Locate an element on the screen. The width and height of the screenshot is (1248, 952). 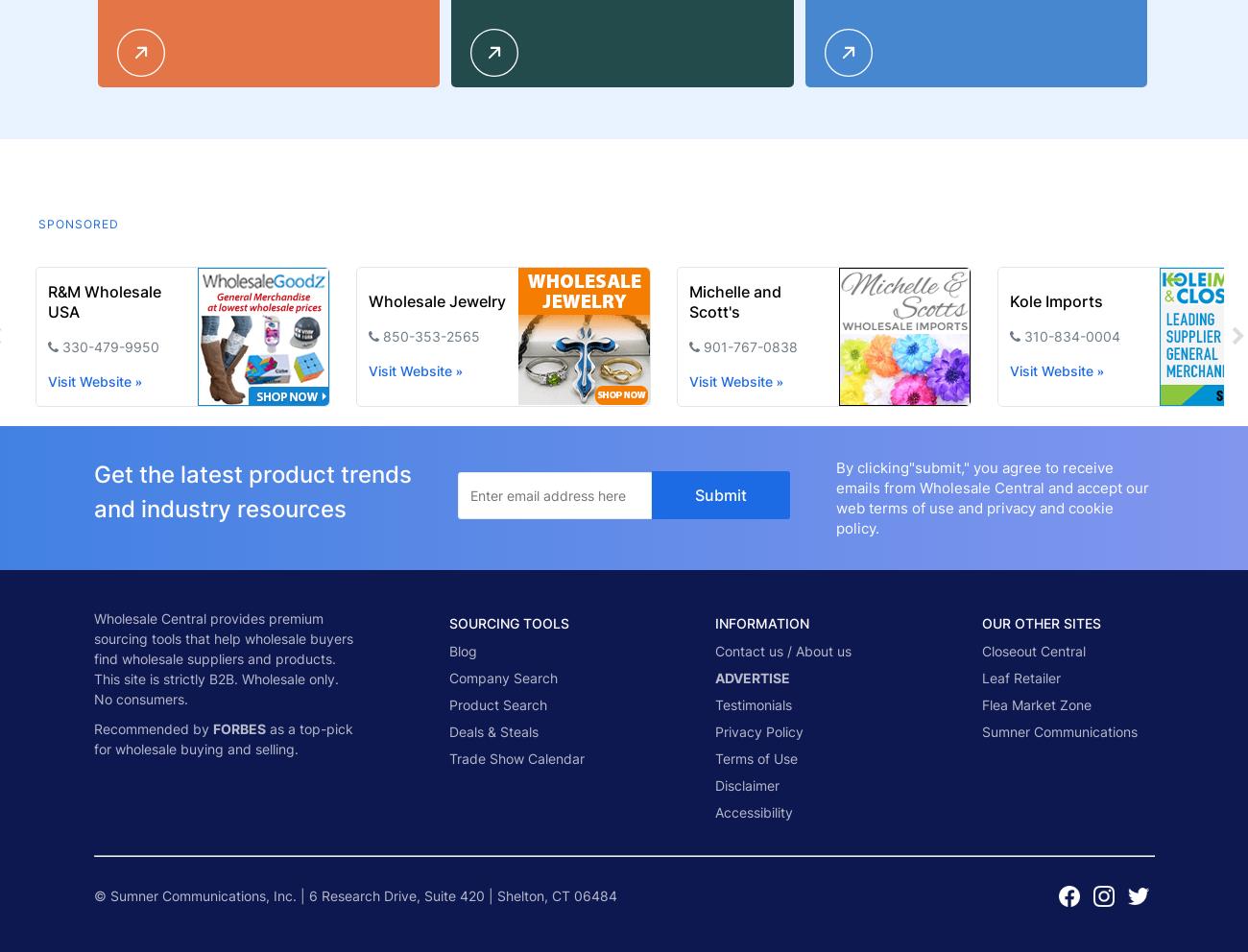
'as a top-pick for wholesale buying and selling.' is located at coordinates (222, 736).